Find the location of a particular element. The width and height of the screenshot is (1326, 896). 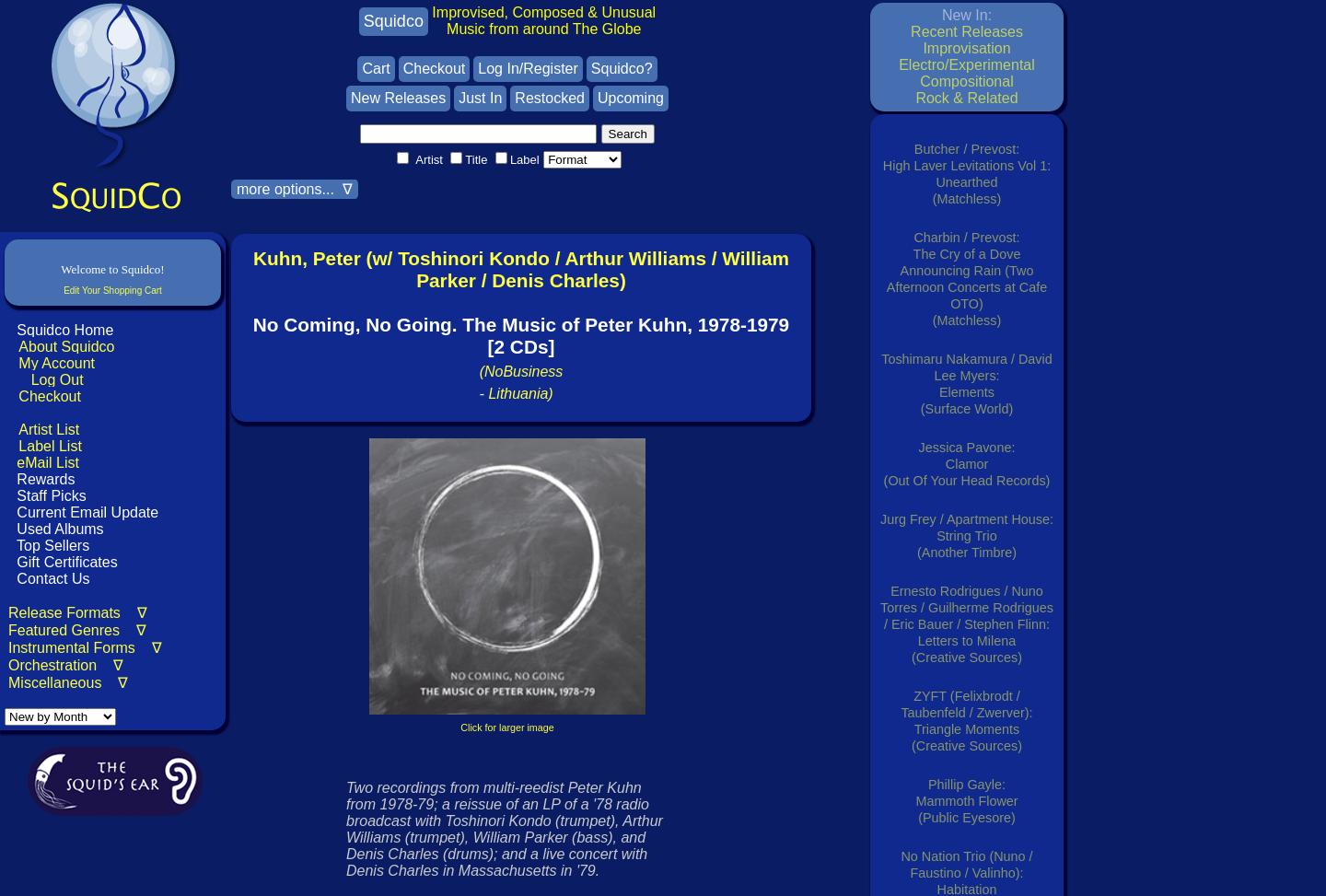

'New In:' is located at coordinates (966, 15).